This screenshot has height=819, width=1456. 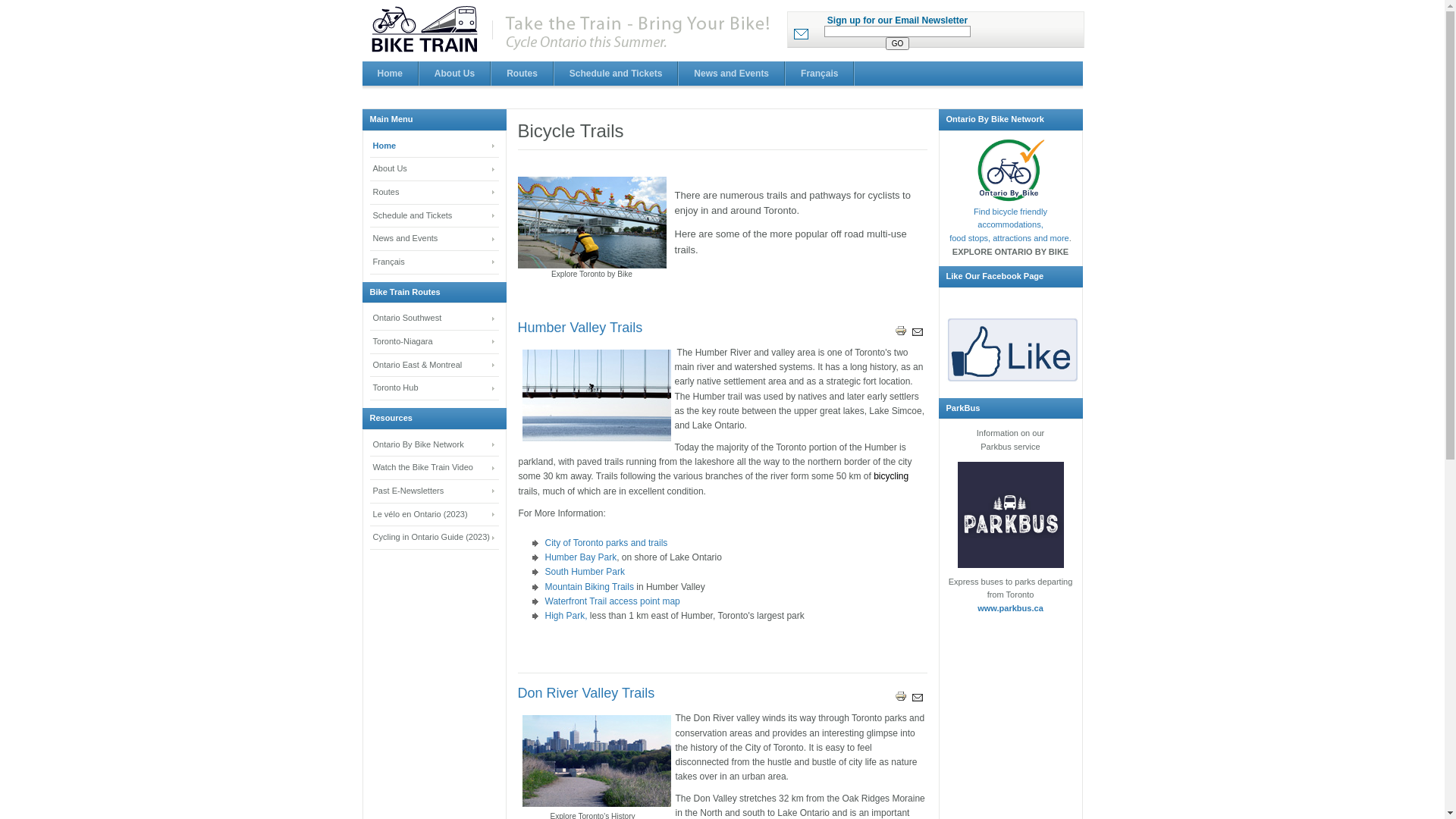 What do you see at coordinates (564, 616) in the screenshot?
I see `'High Park,'` at bounding box center [564, 616].